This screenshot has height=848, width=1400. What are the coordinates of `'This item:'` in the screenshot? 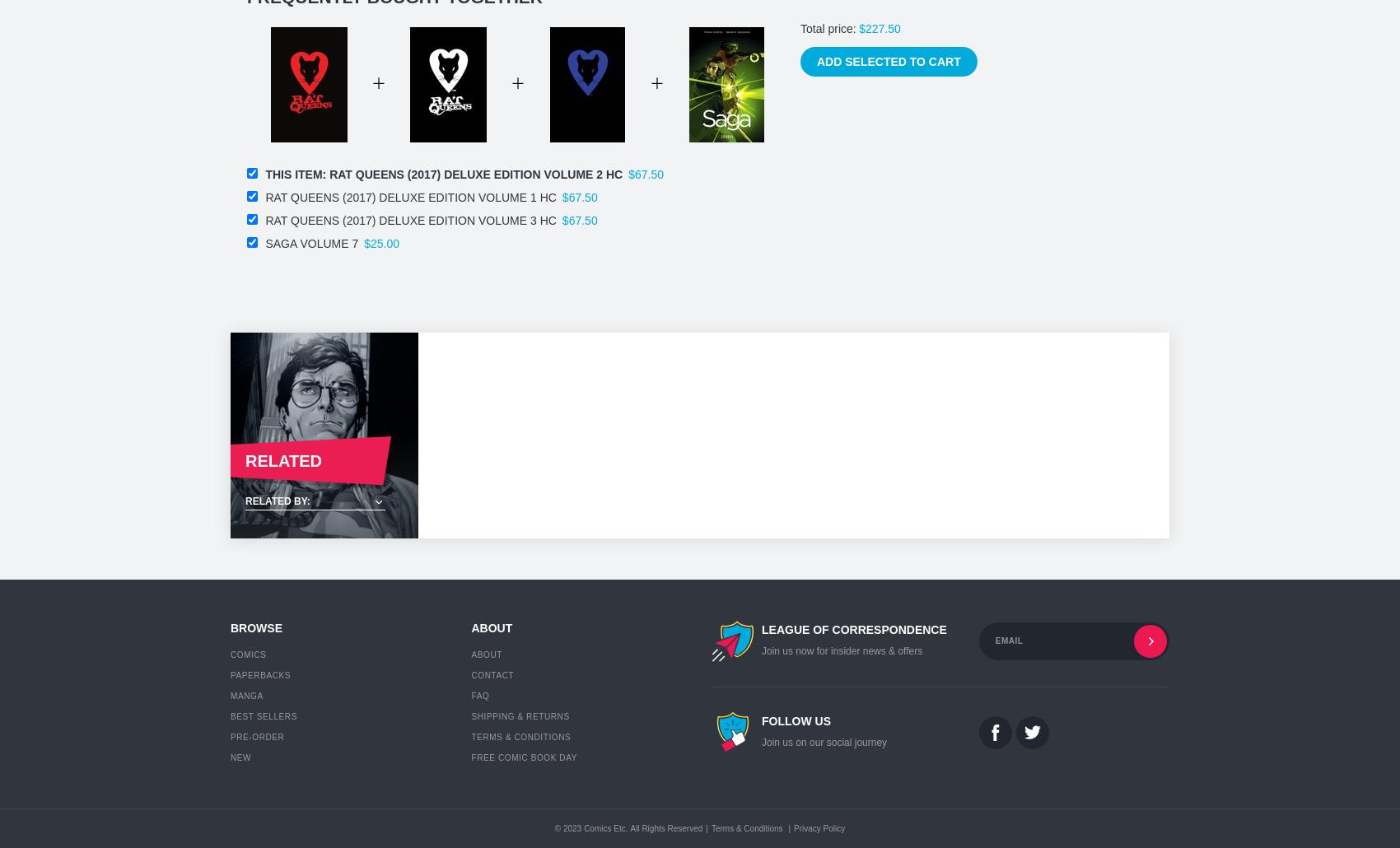 It's located at (264, 174).